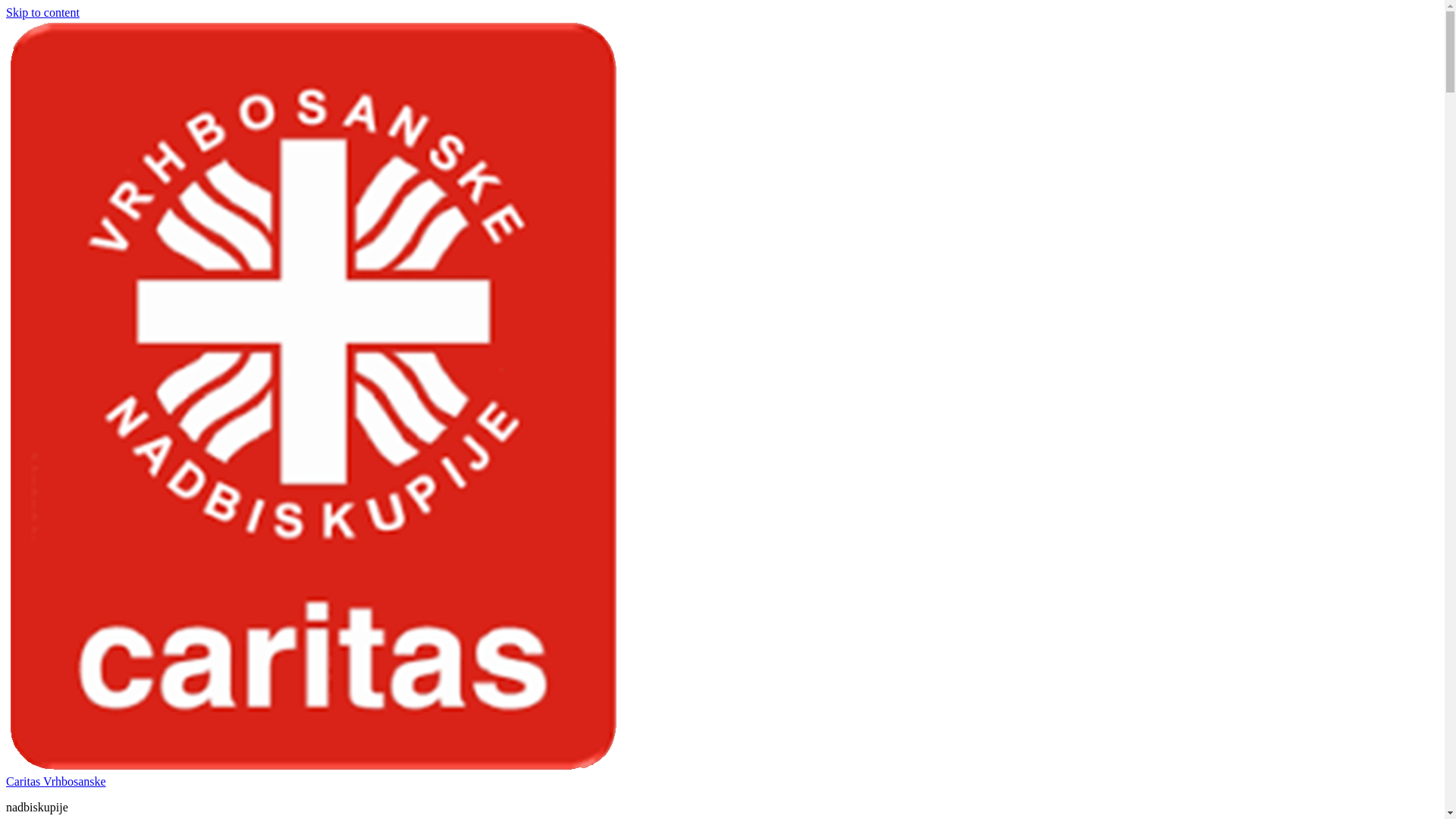 The image size is (1456, 819). I want to click on 'Skip to content', so click(42, 12).